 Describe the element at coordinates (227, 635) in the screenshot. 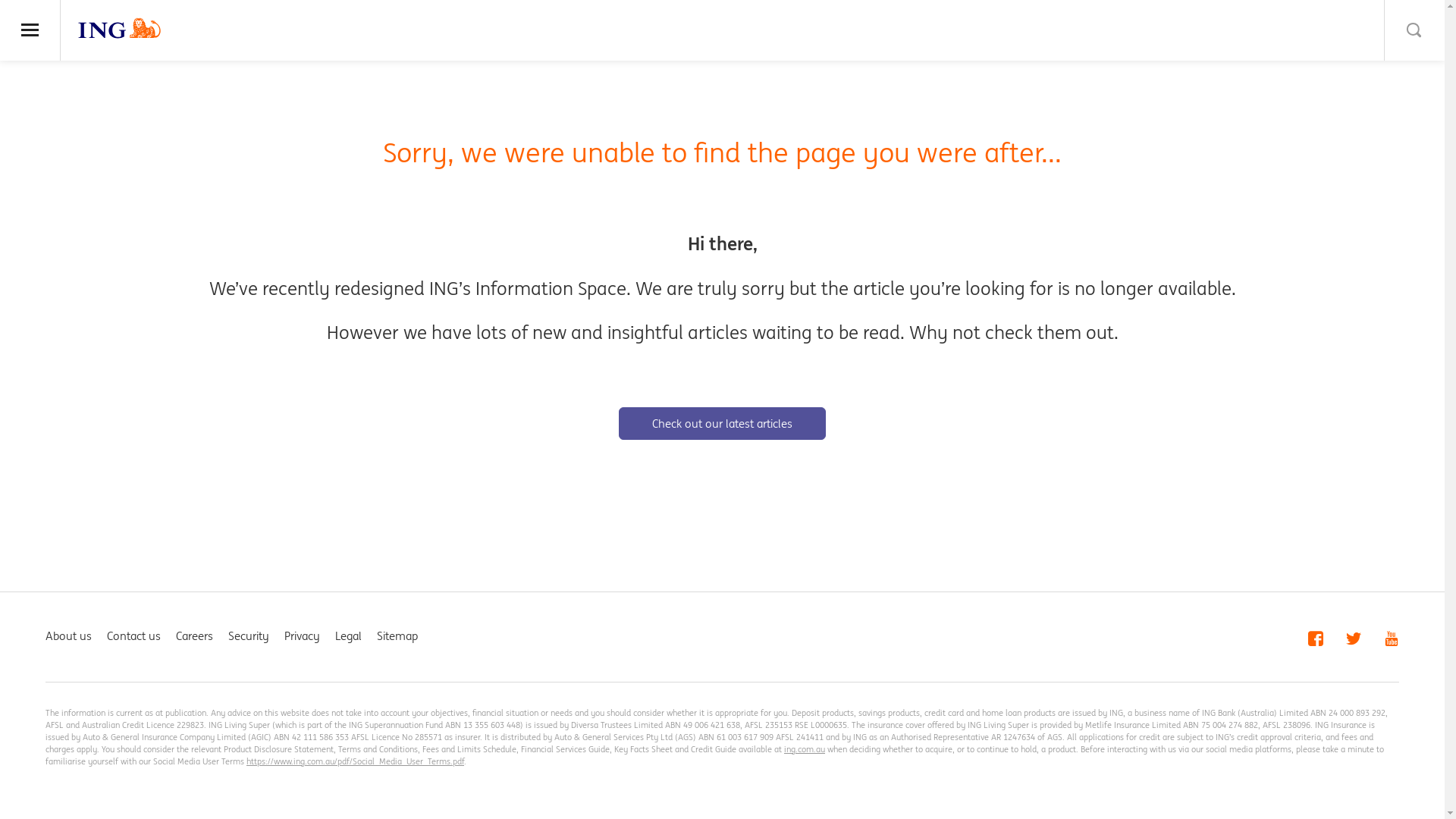

I see `'Security'` at that location.